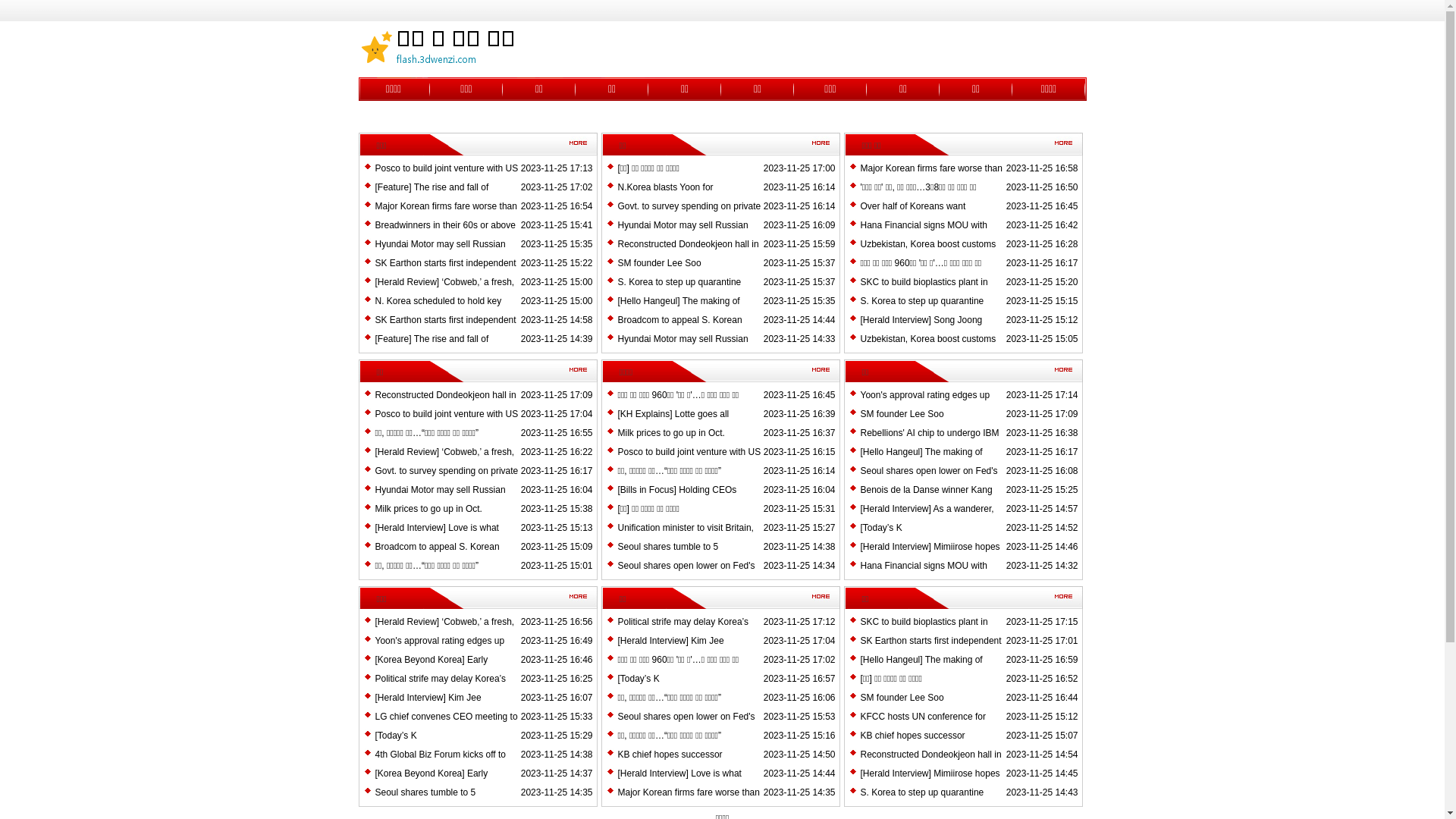 The width and height of the screenshot is (1456, 819). What do you see at coordinates (435, 536) in the screenshot?
I see `'[Herald Interview] Love is what defines artist Dawn'` at bounding box center [435, 536].